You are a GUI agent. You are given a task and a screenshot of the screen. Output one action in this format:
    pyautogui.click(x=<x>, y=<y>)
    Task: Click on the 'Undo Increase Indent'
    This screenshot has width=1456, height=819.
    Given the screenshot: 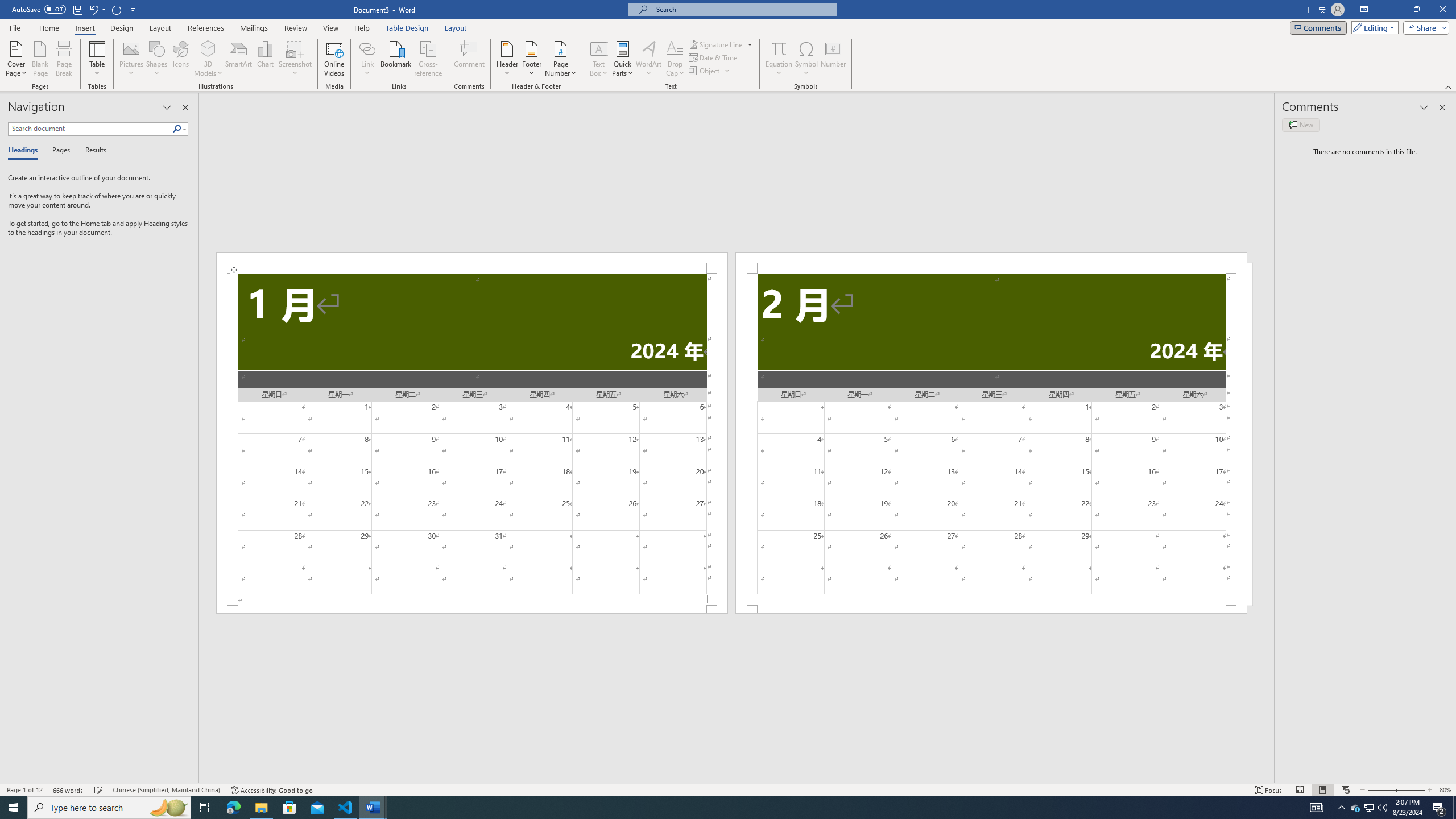 What is the action you would take?
    pyautogui.click(x=97, y=9)
    